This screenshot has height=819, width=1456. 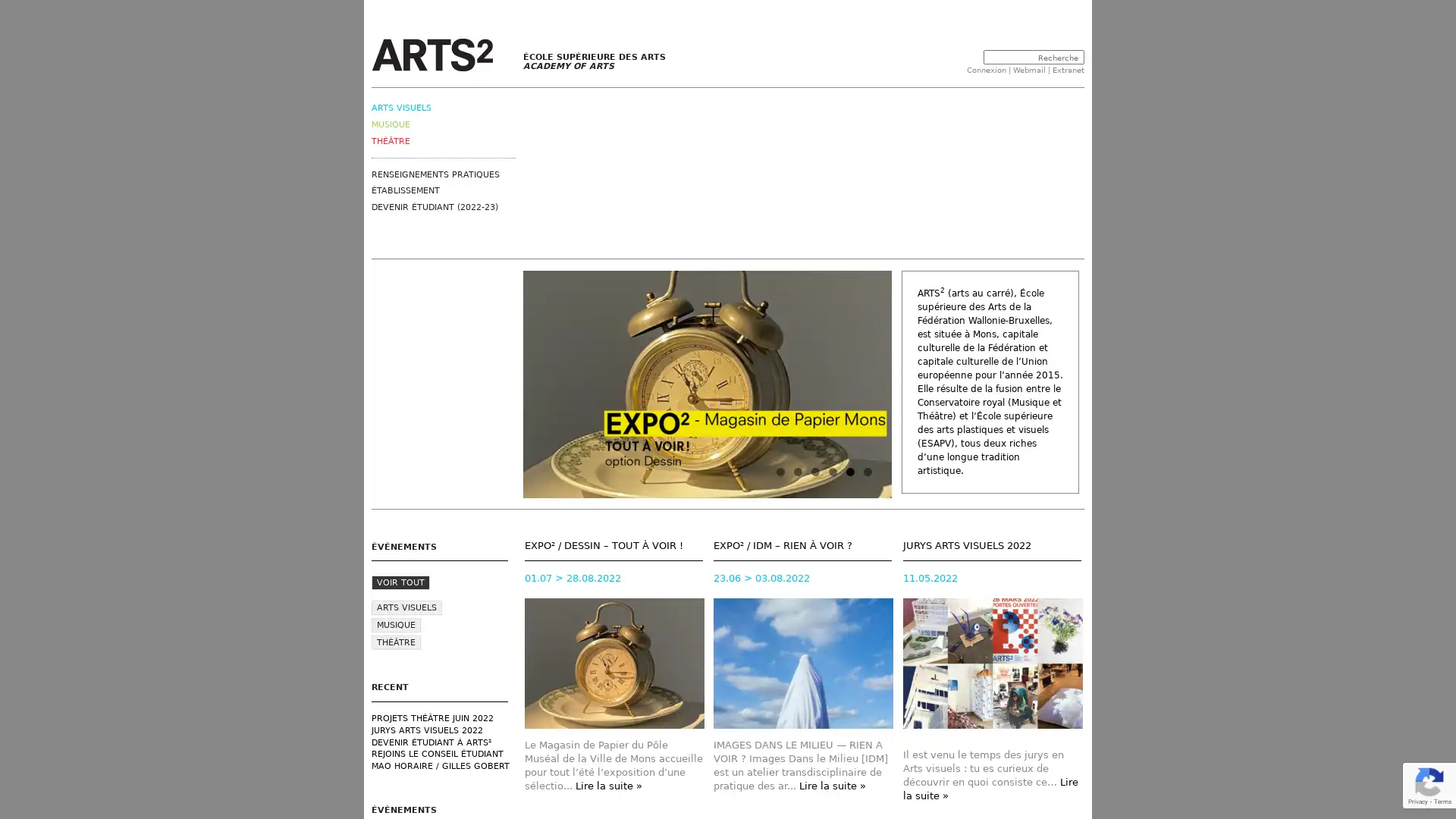 I want to click on ARTS VISUELS, so click(x=406, y=607).